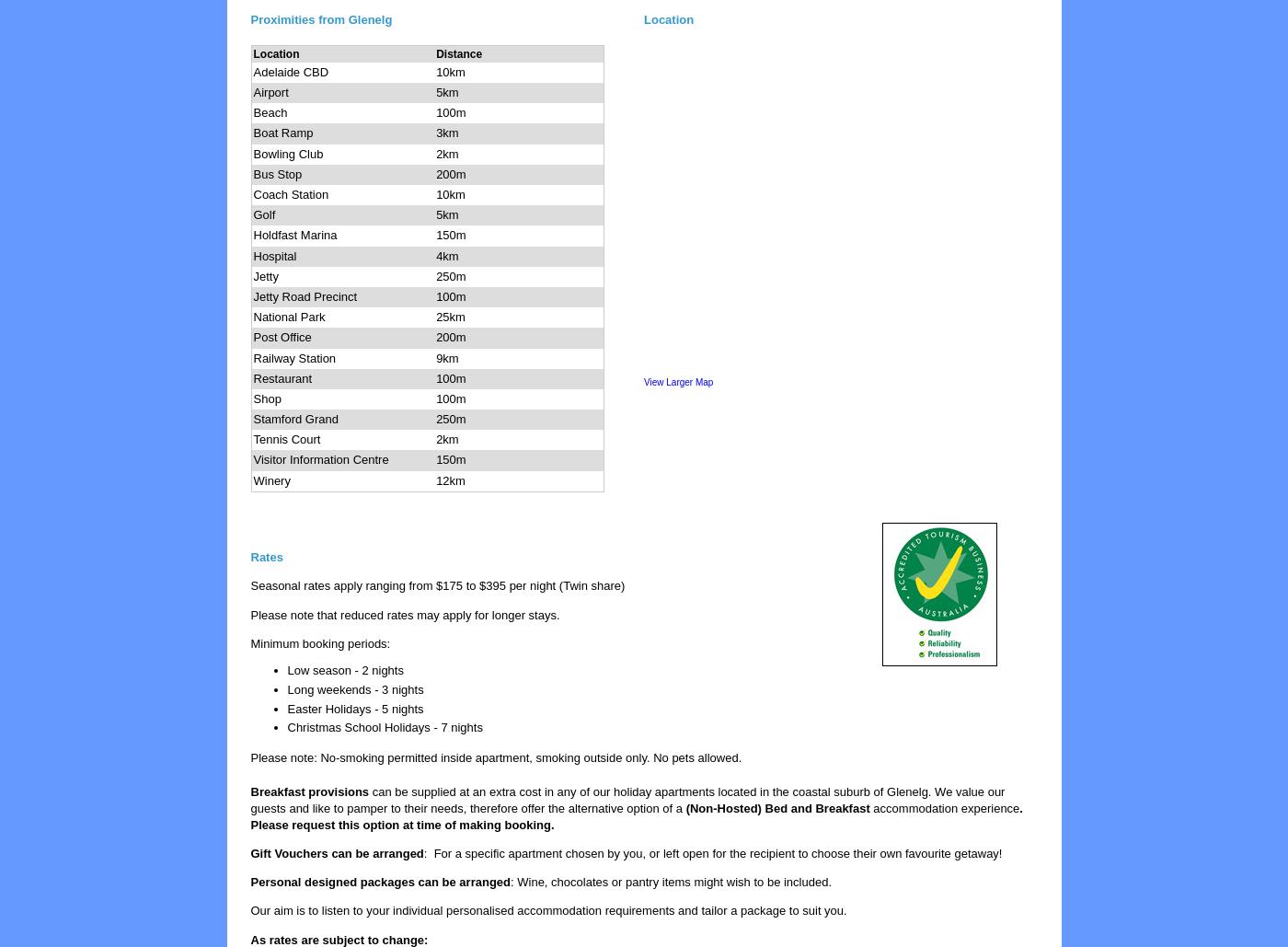 This screenshot has height=947, width=1288. Describe the element at coordinates (450, 317) in the screenshot. I see `'25km'` at that location.